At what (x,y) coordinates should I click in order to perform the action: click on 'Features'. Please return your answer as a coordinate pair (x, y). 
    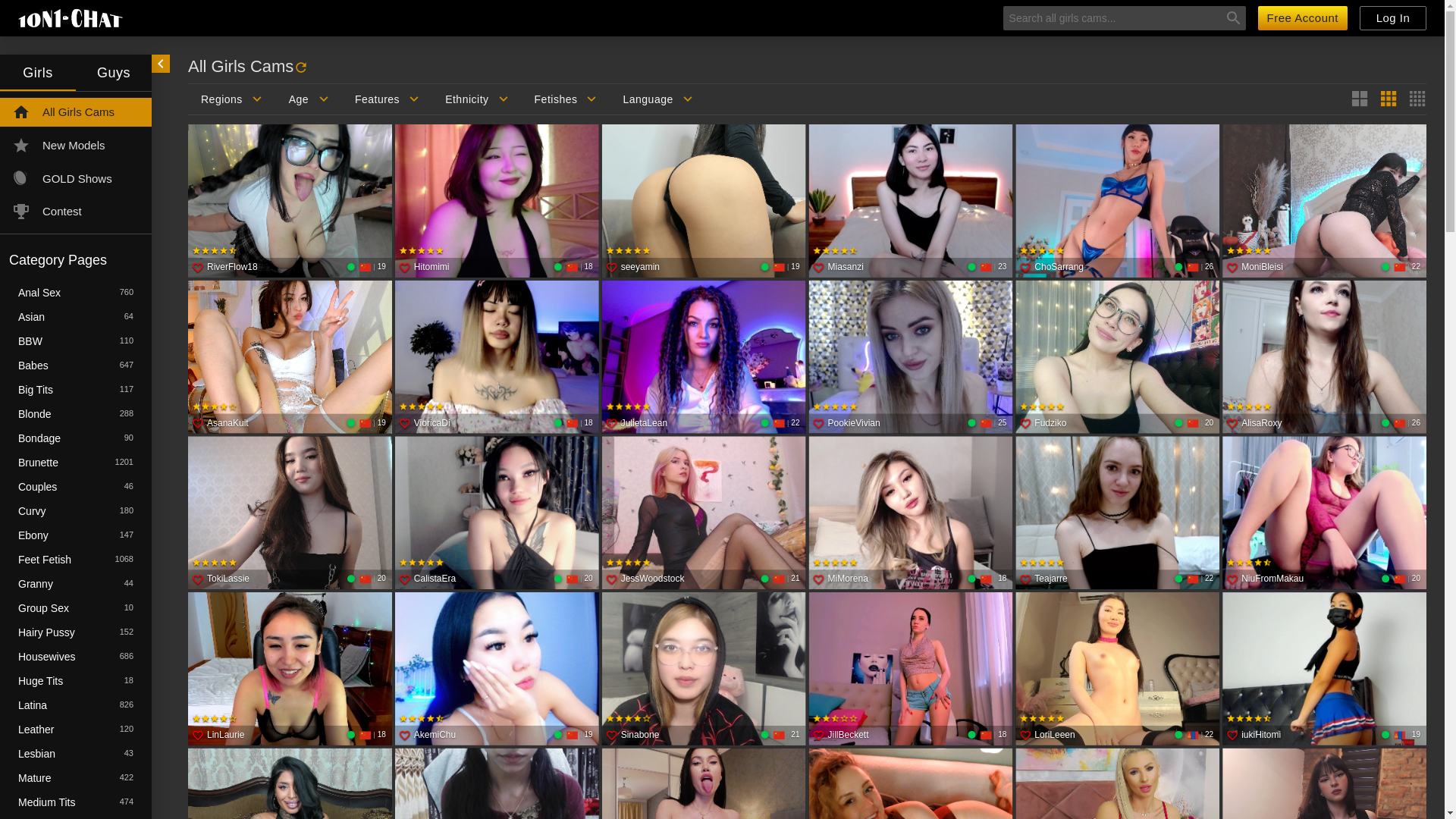
    Looking at the image, I should click on (341, 99).